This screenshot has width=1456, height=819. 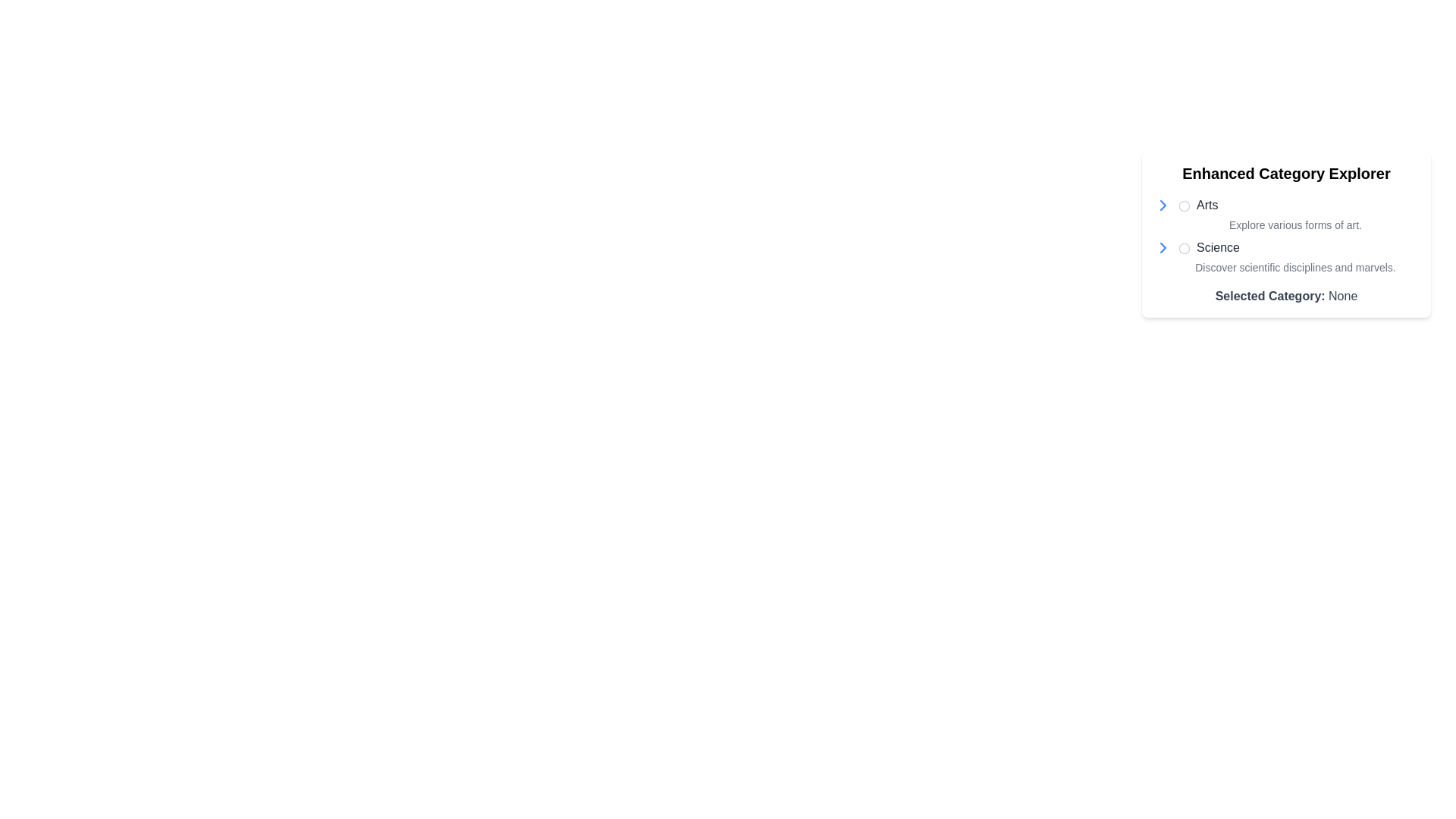 I want to click on the interactive button located to the left of the text 'Arts', so click(x=1163, y=205).